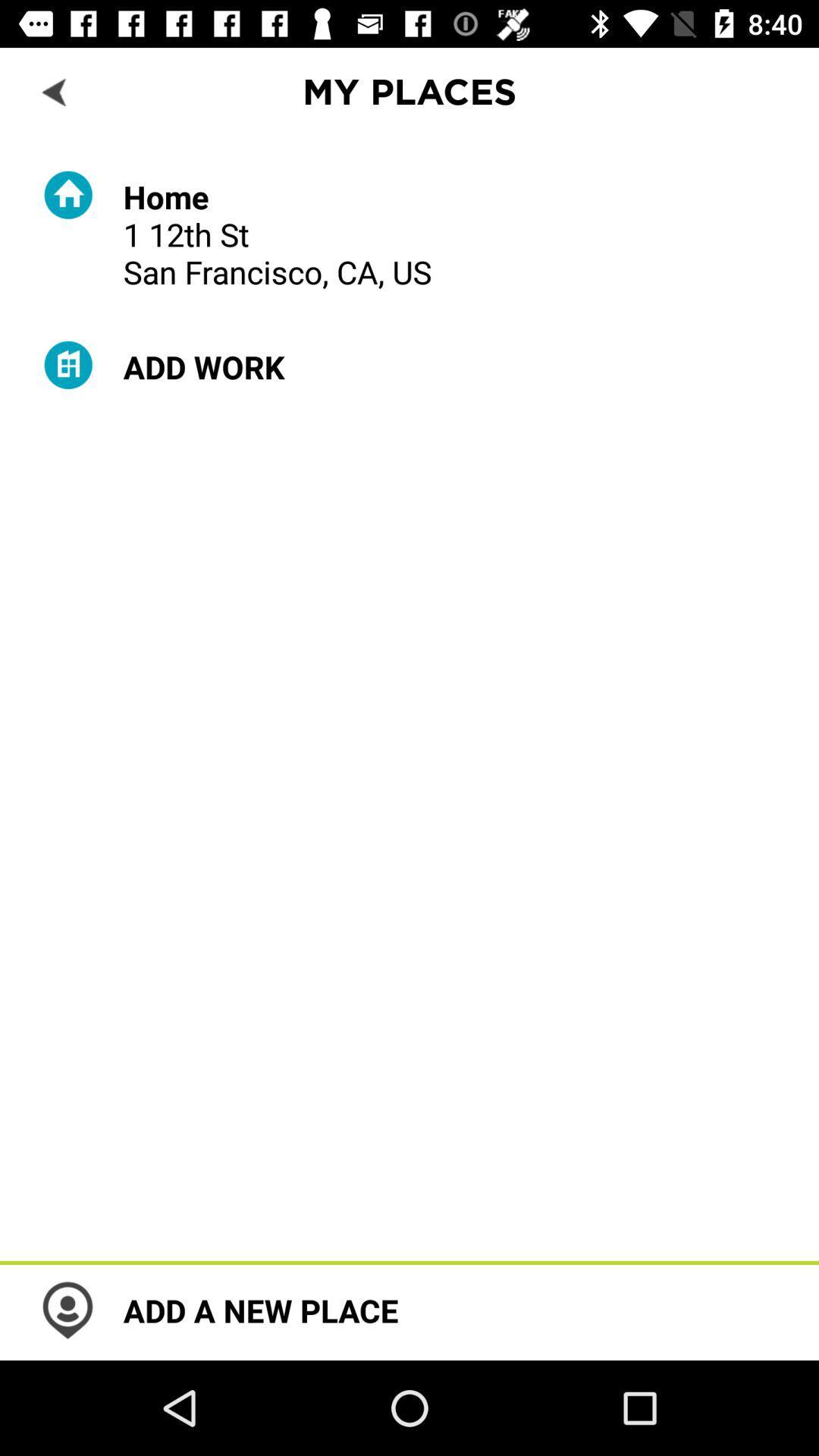 Image resolution: width=819 pixels, height=1456 pixels. What do you see at coordinates (278, 233) in the screenshot?
I see `the icon below my places` at bounding box center [278, 233].